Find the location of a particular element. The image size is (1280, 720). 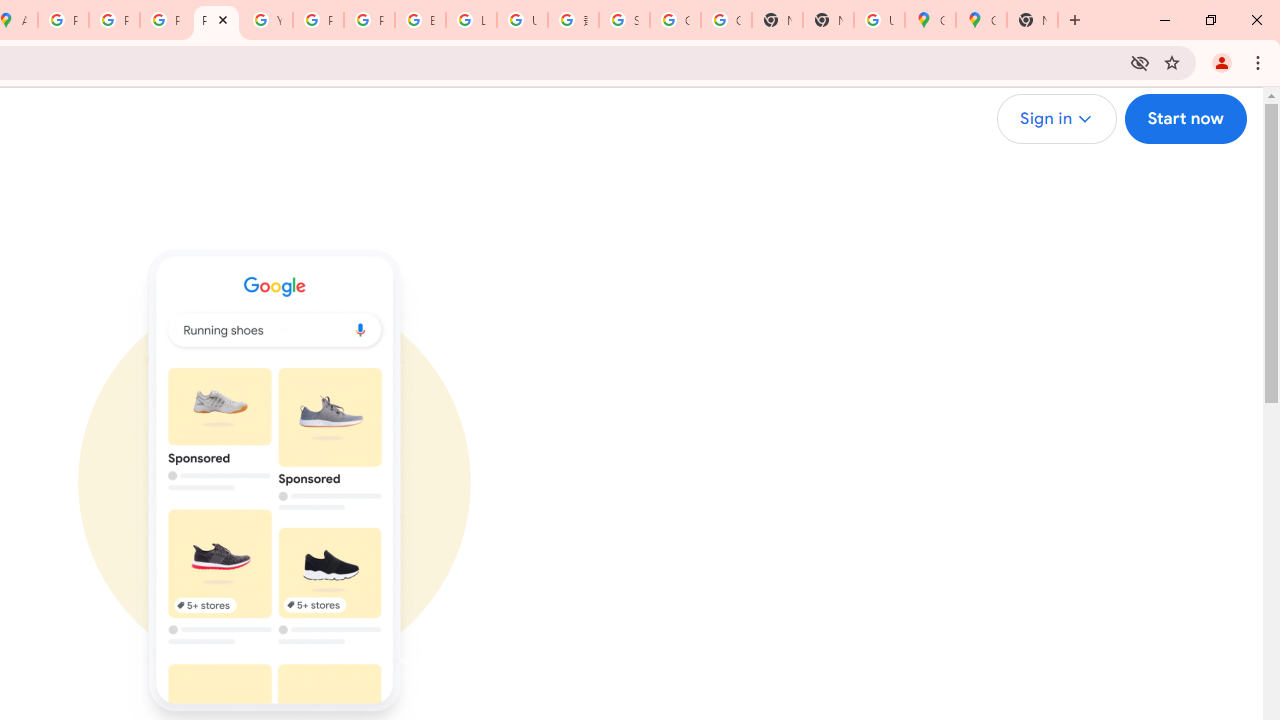

'Policy Accountability and Transparency - Transparency Center' is located at coordinates (64, 20).